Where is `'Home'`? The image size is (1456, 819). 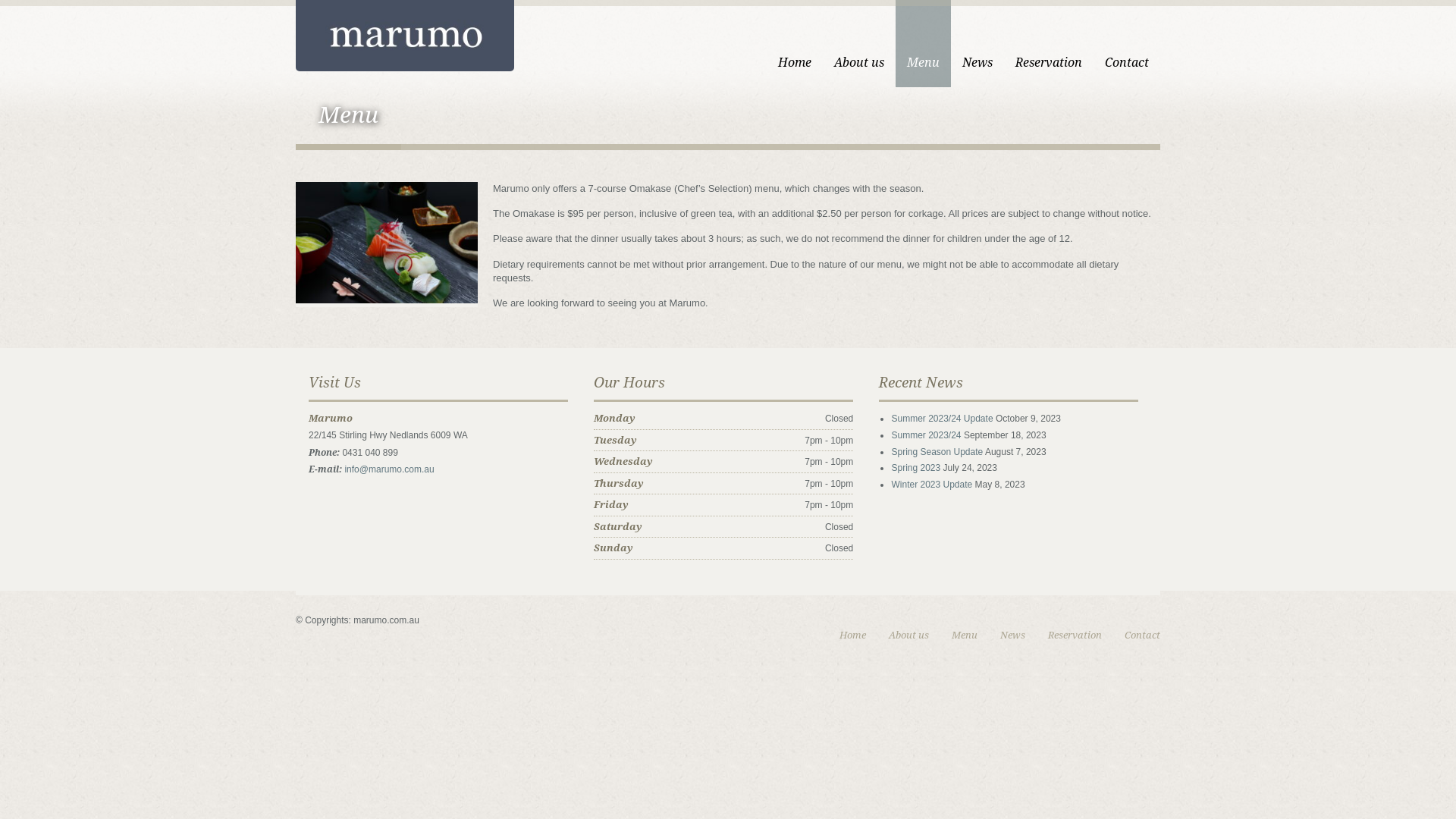
'Home' is located at coordinates (793, 42).